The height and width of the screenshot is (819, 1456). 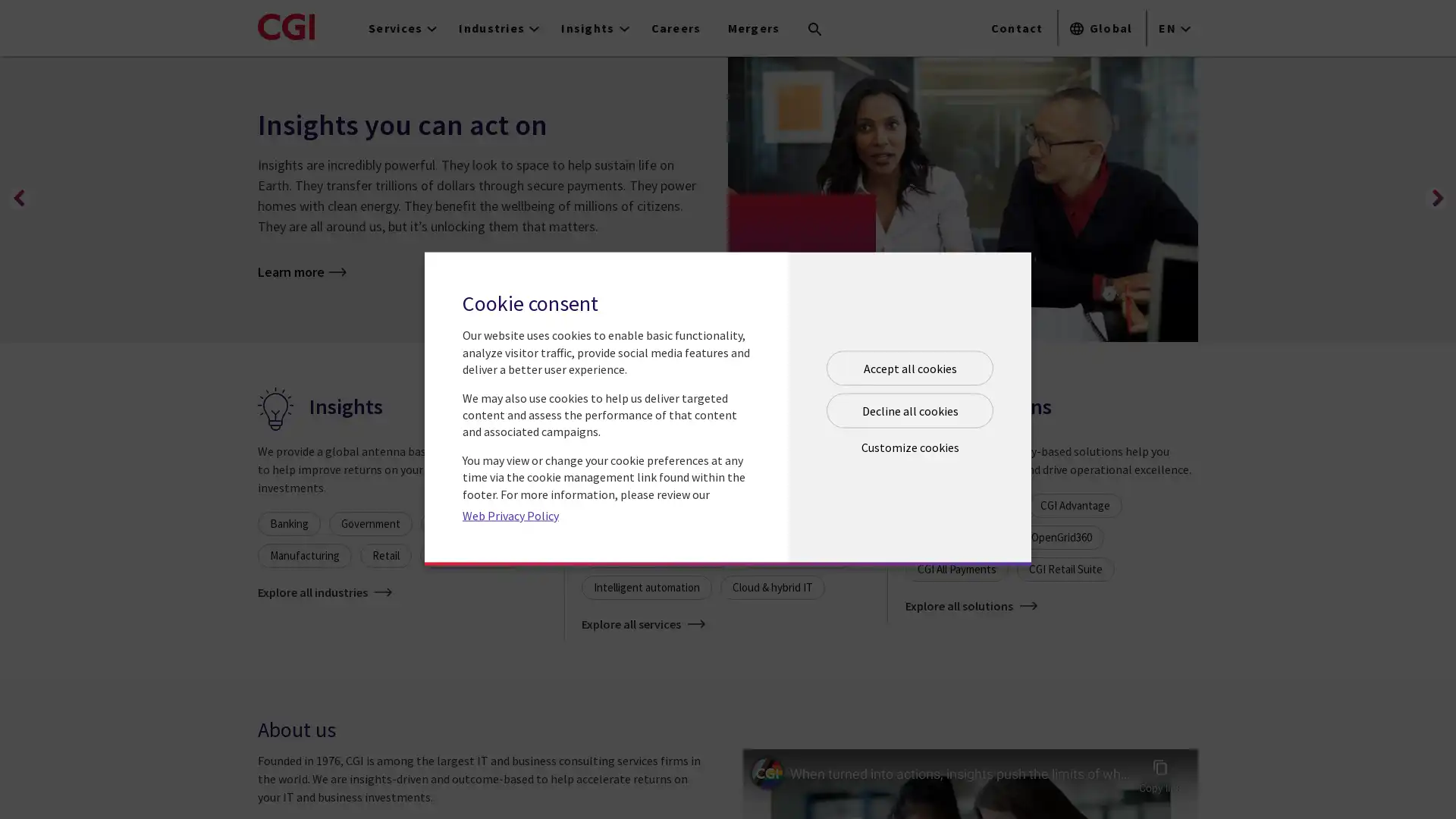 I want to click on Next, so click(x=1436, y=197).